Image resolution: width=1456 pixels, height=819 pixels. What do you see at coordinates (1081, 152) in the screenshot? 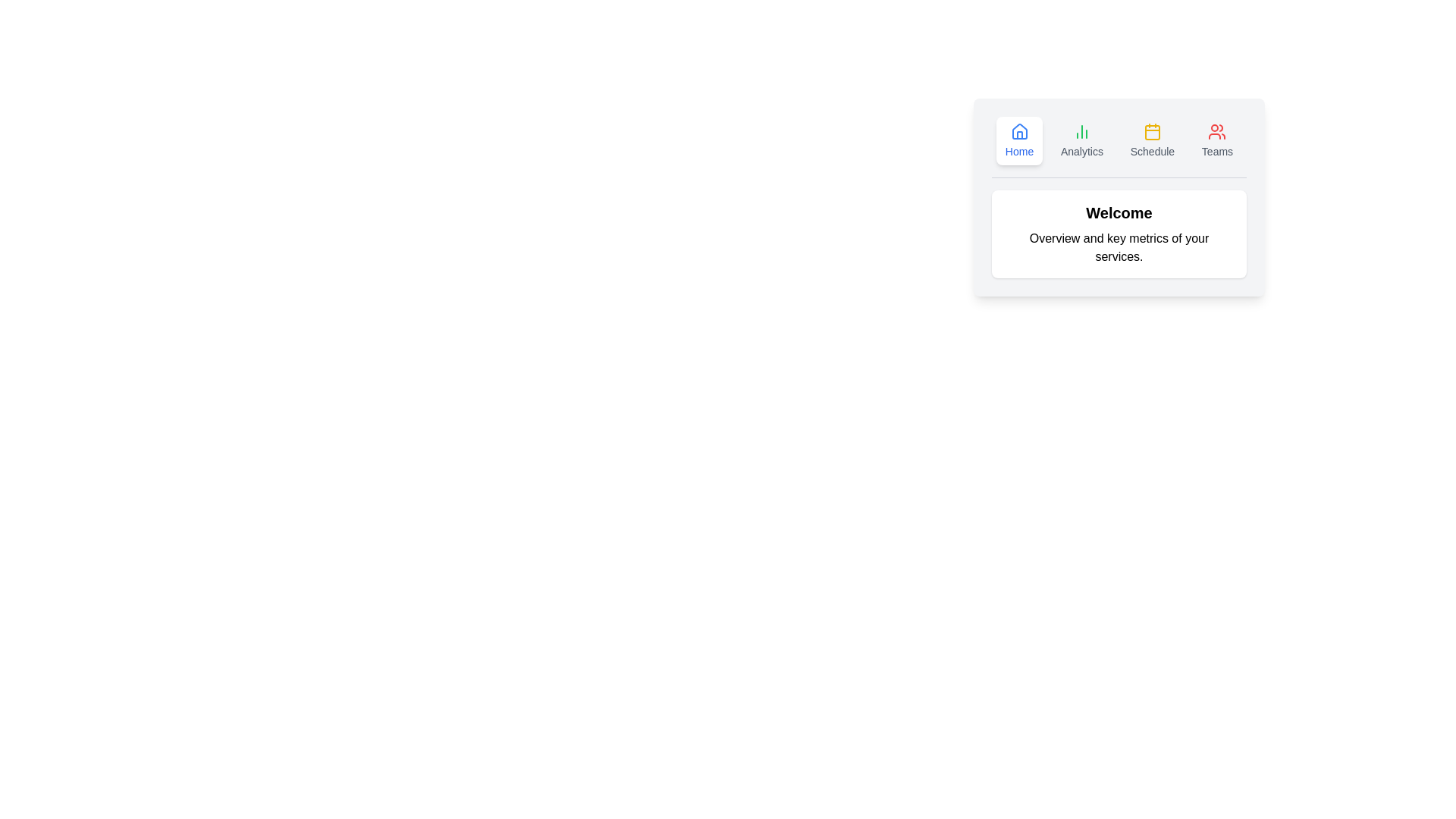
I see `the 'Analytics' text label, which is styled with a medium-sized font and positioned below an analytics icon, located between the 'Home' and 'Schedule' navigation items` at bounding box center [1081, 152].